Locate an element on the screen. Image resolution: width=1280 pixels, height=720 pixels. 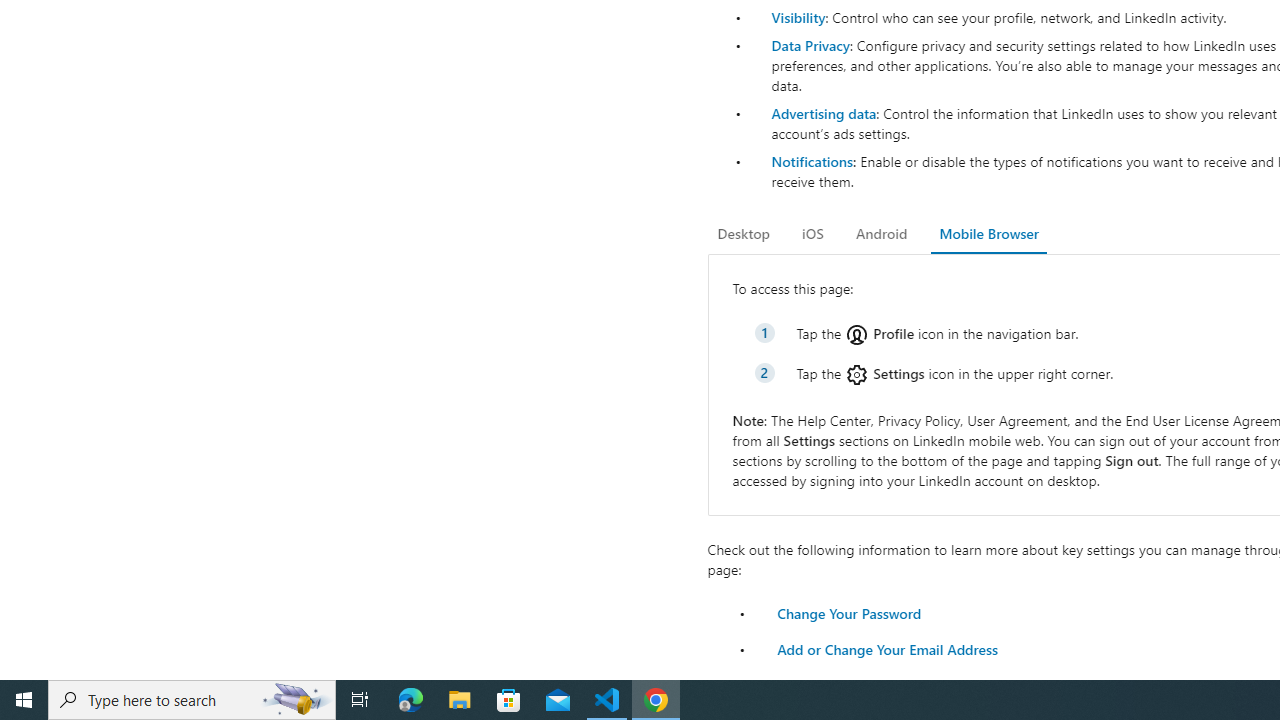
'Mobile Browser' is located at coordinates (988, 233).